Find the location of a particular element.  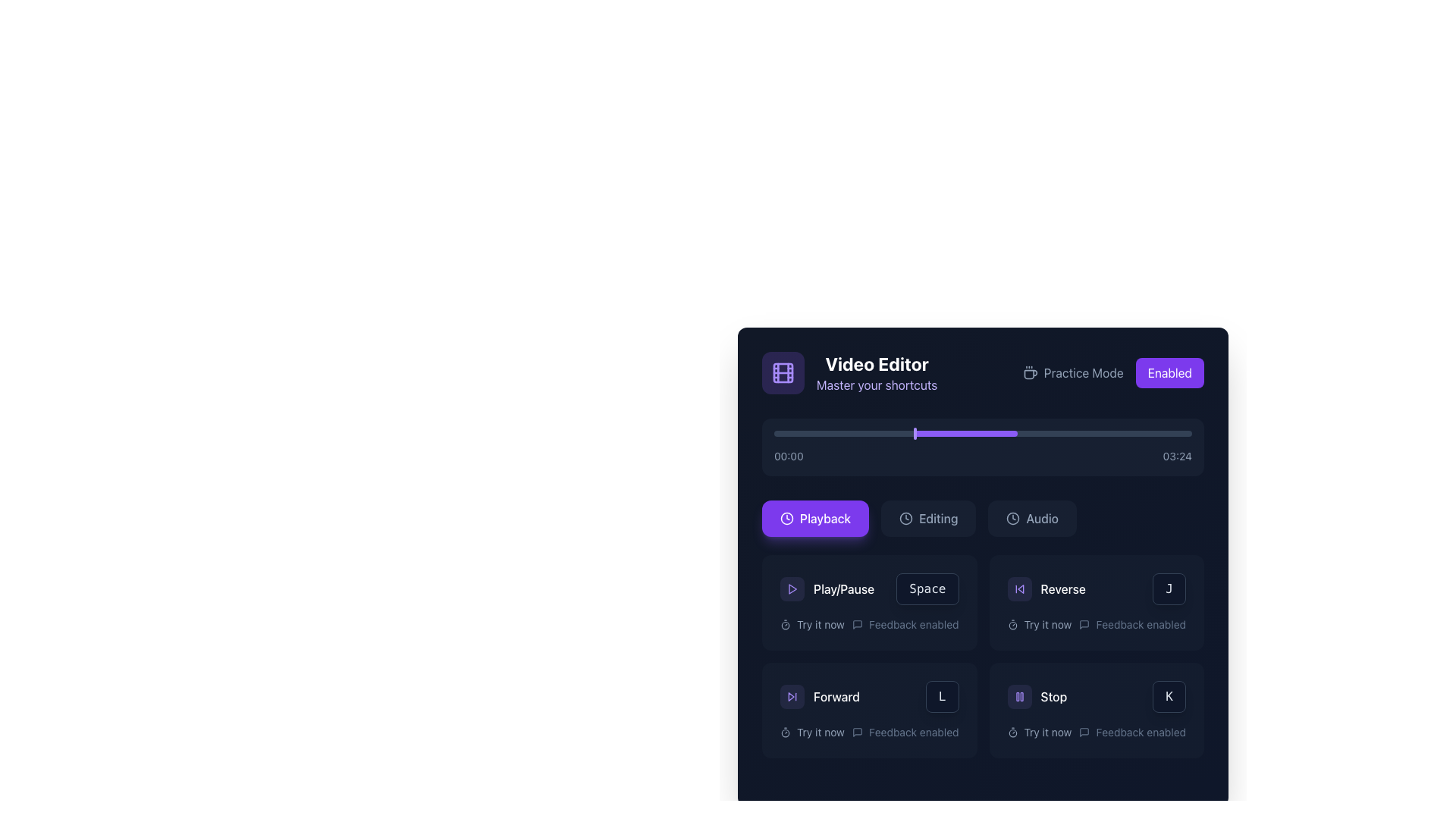

the triangular play button icon located in the 'Playback' UI component near the top-left is located at coordinates (792, 588).